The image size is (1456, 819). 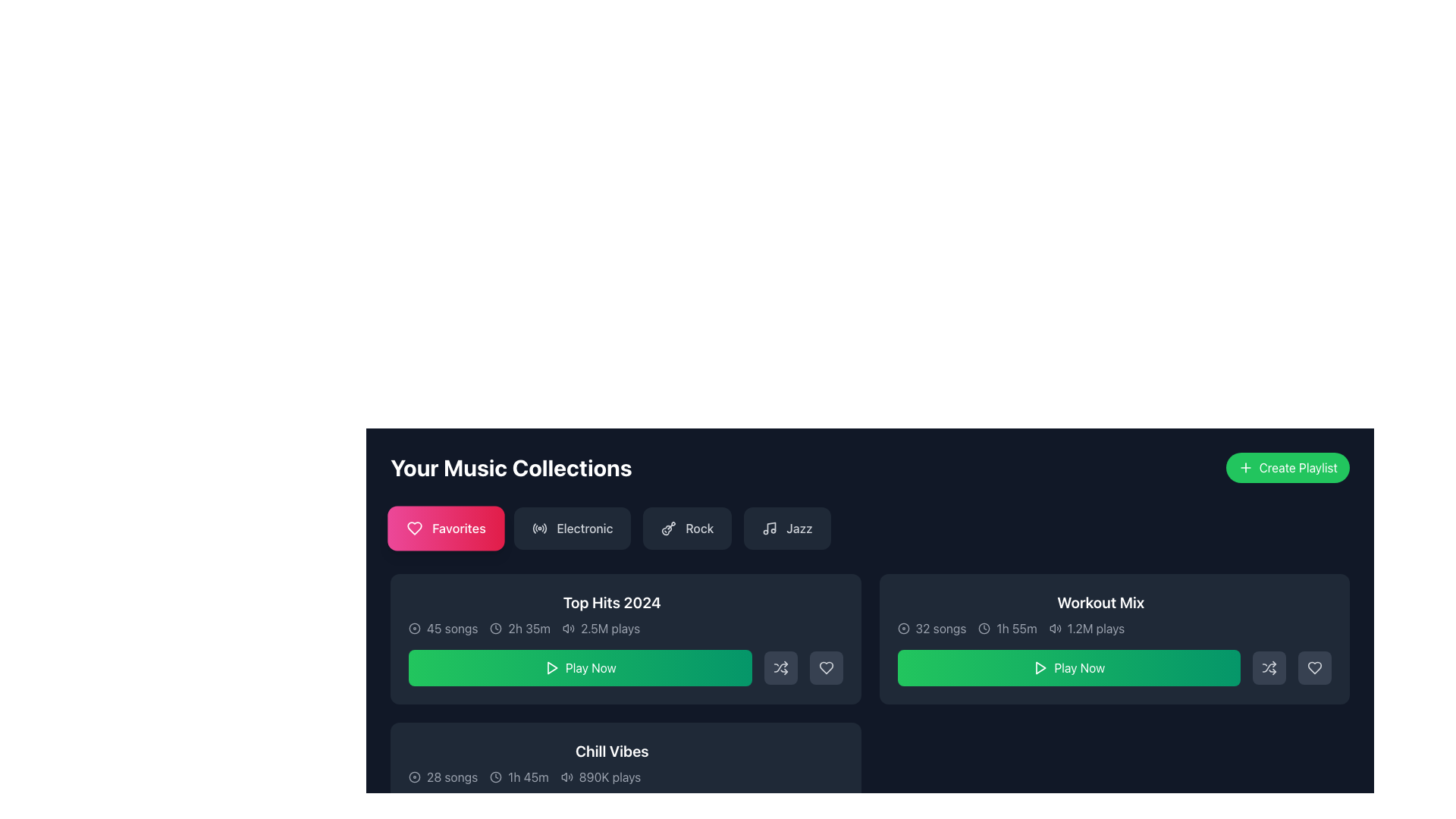 What do you see at coordinates (780, 667) in the screenshot?
I see `the shuffle button, which is a dark gray rounded rectangle with a light gray shuffle icon` at bounding box center [780, 667].